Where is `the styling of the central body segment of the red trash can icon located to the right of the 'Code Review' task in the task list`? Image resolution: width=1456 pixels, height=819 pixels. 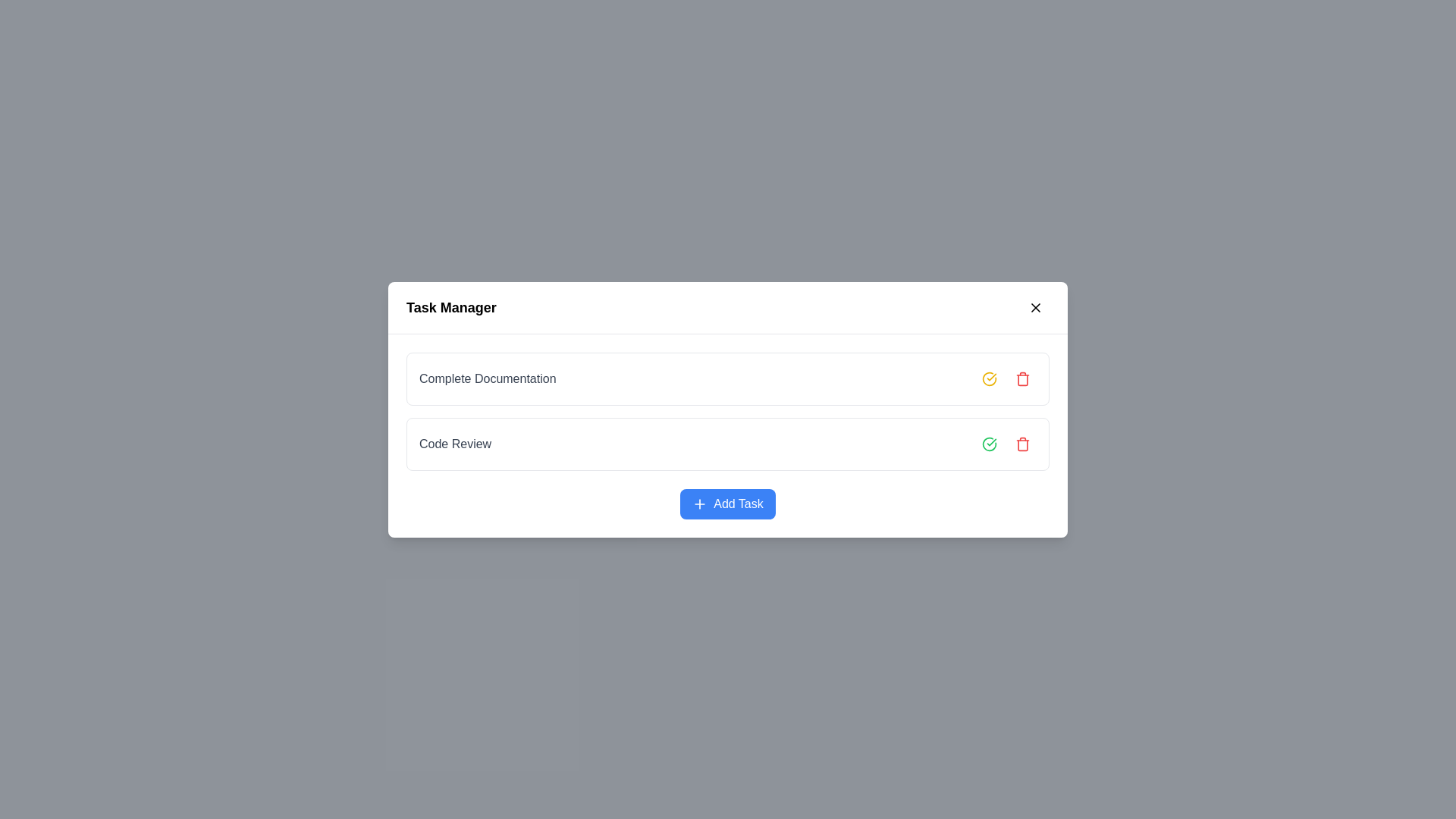 the styling of the central body segment of the red trash can icon located to the right of the 'Code Review' task in the task list is located at coordinates (1022, 379).